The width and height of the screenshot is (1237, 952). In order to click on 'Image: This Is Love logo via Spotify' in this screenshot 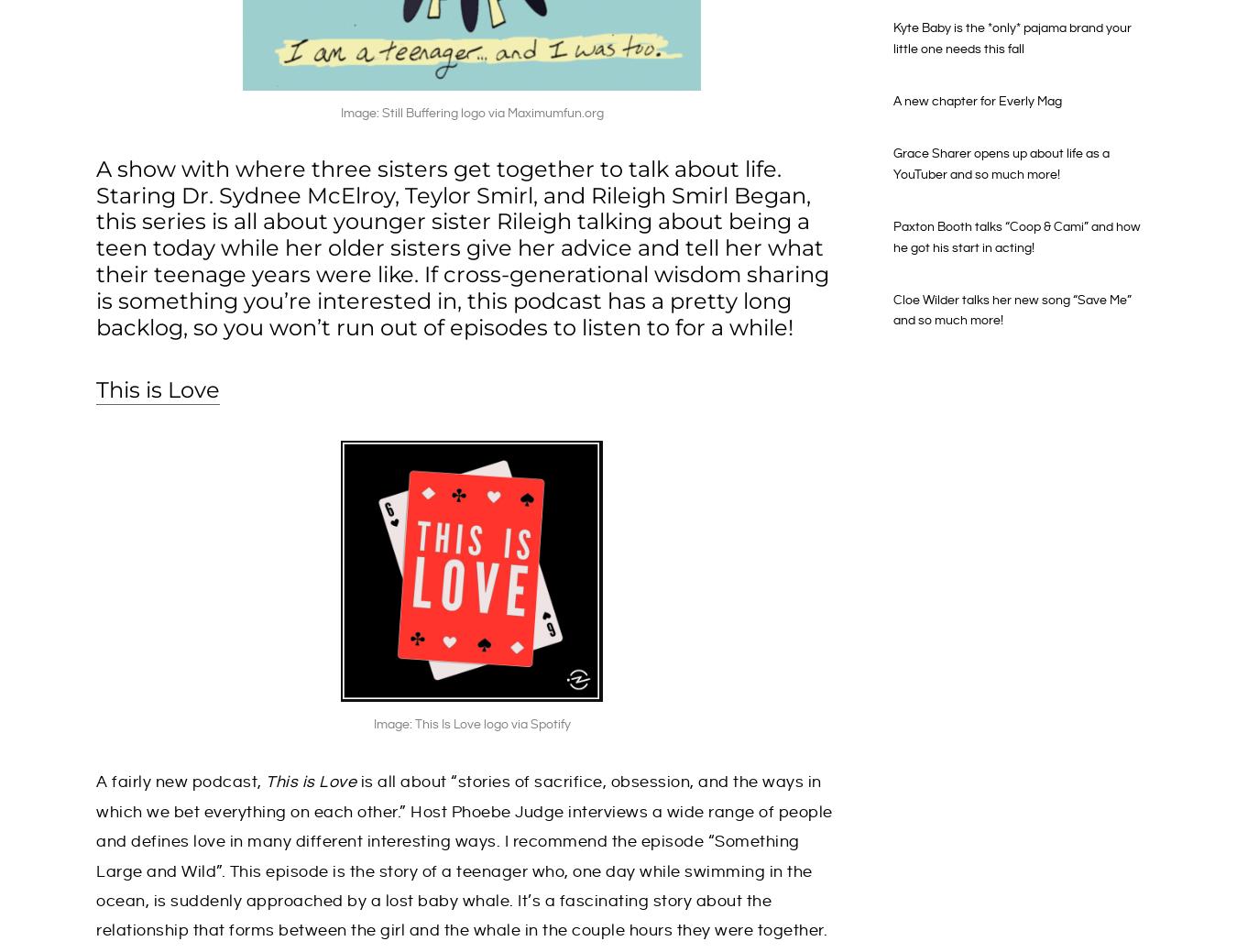, I will do `click(470, 723)`.